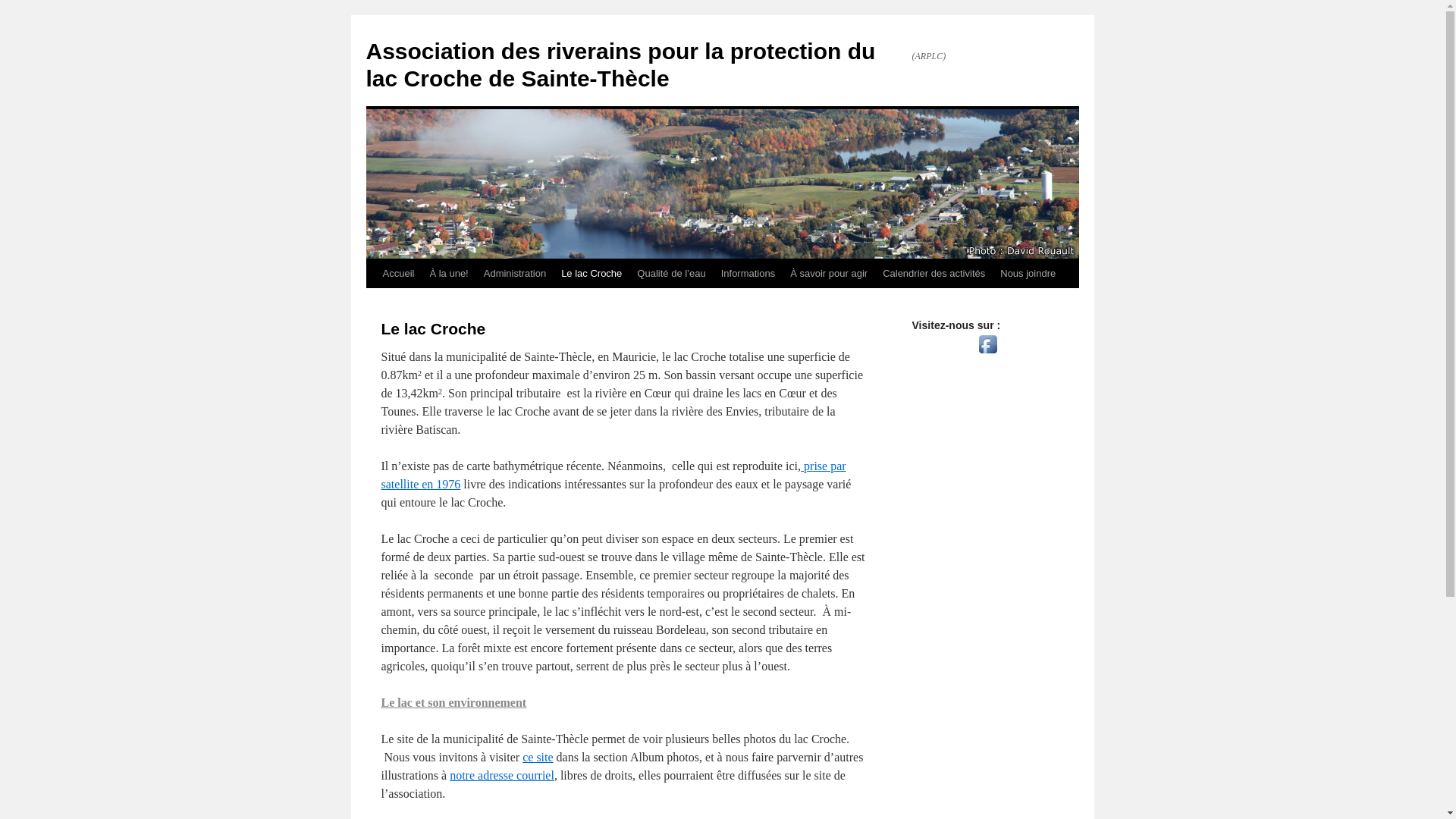 The width and height of the screenshot is (1456, 819). I want to click on 'Visit Us On Facebook', so click(987, 353).